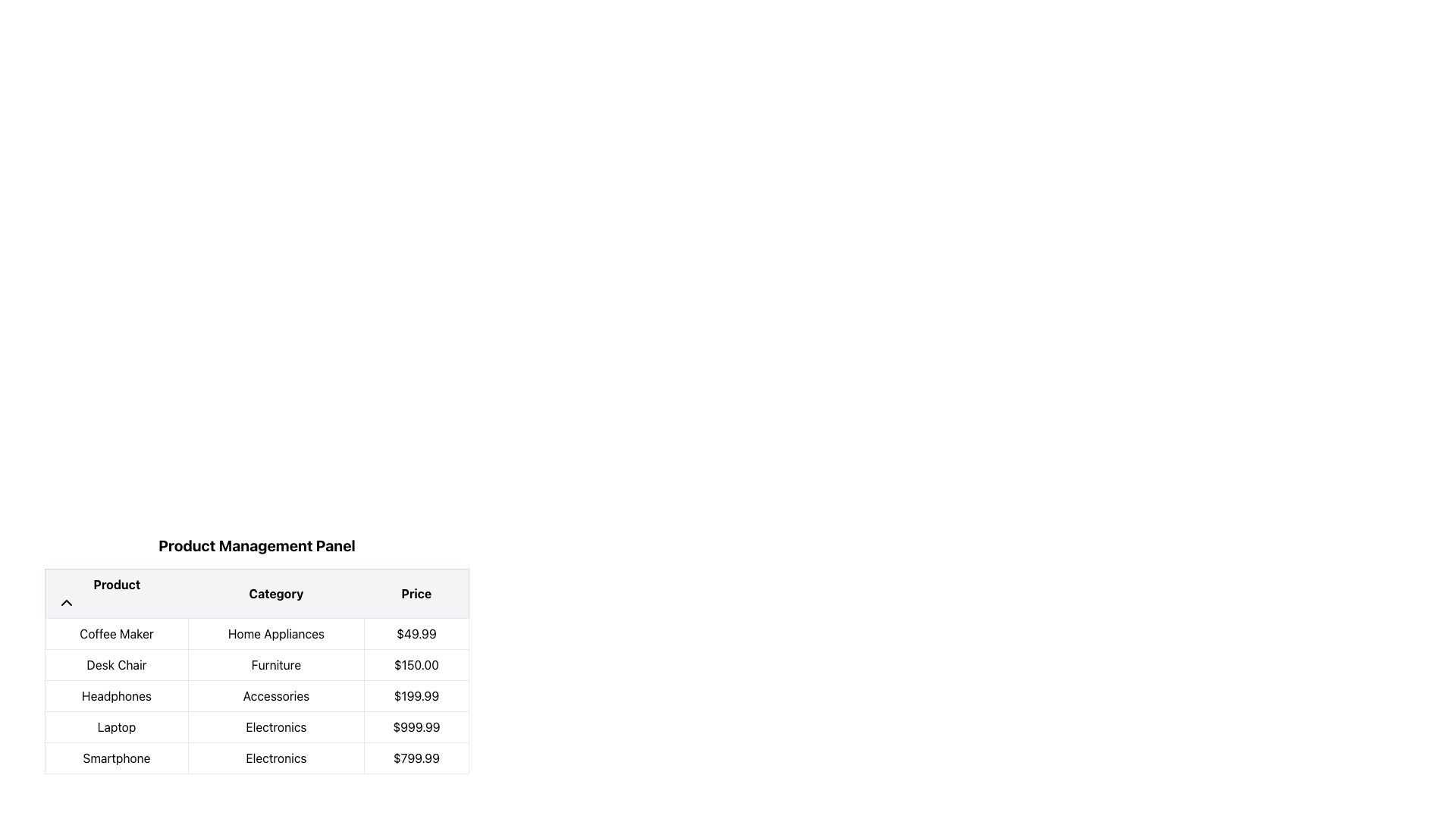 The width and height of the screenshot is (1456, 819). Describe the element at coordinates (257, 758) in the screenshot. I see `on the bottom-most row of the Product Management Table representing the product 'Smartphone' with a price of '$799.99'` at that location.